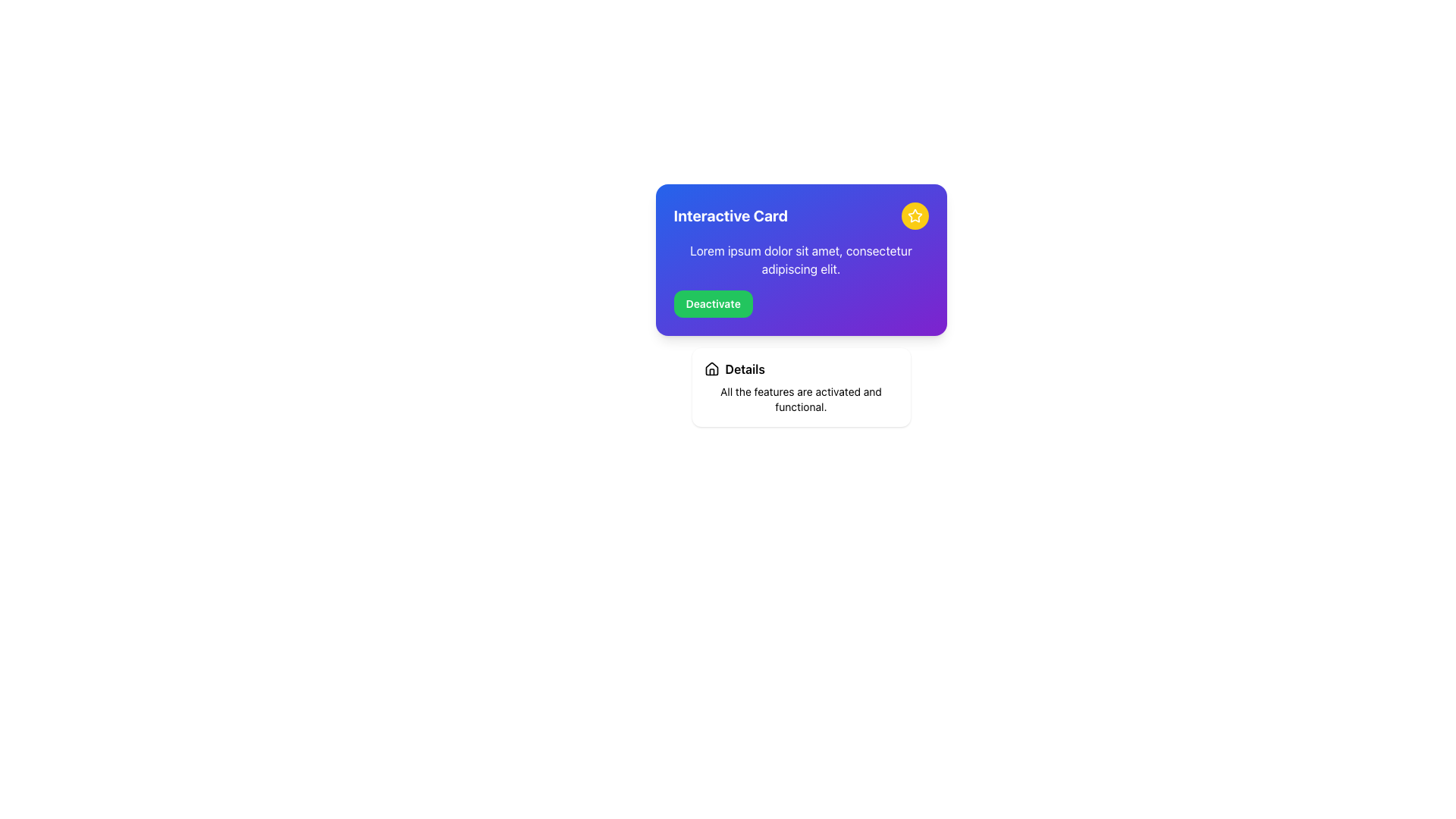 This screenshot has height=819, width=1456. Describe the element at coordinates (914, 216) in the screenshot. I see `the circular yellow button with a white star icon located in the top-right corner of the 'Interactive Card' panel for keyboard interaction` at that location.